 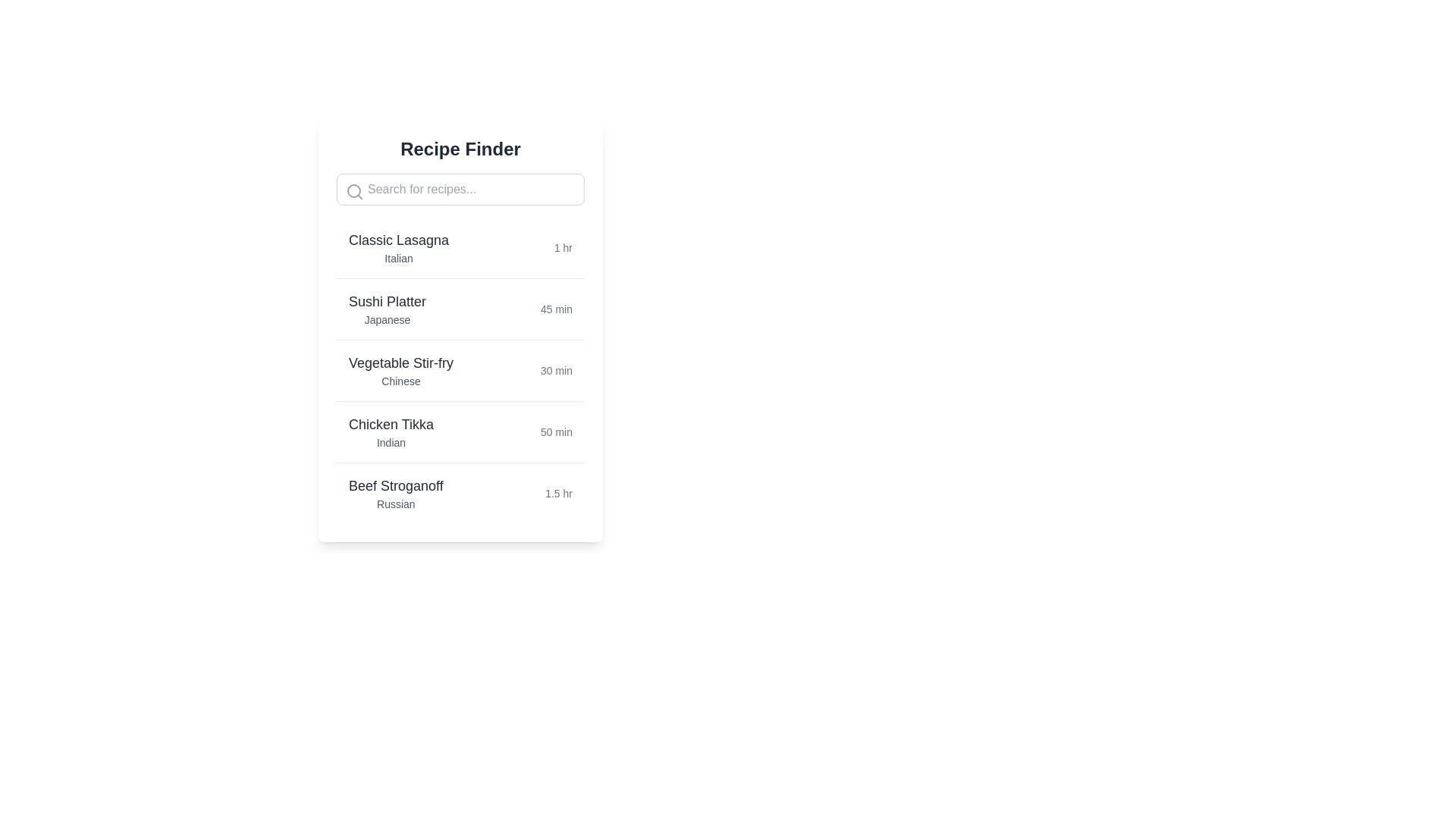 What do you see at coordinates (353, 190) in the screenshot?
I see `the SVG circle inside the search icon located near the left edge of the search input box, just below the title 'Recipe Finder'` at bounding box center [353, 190].